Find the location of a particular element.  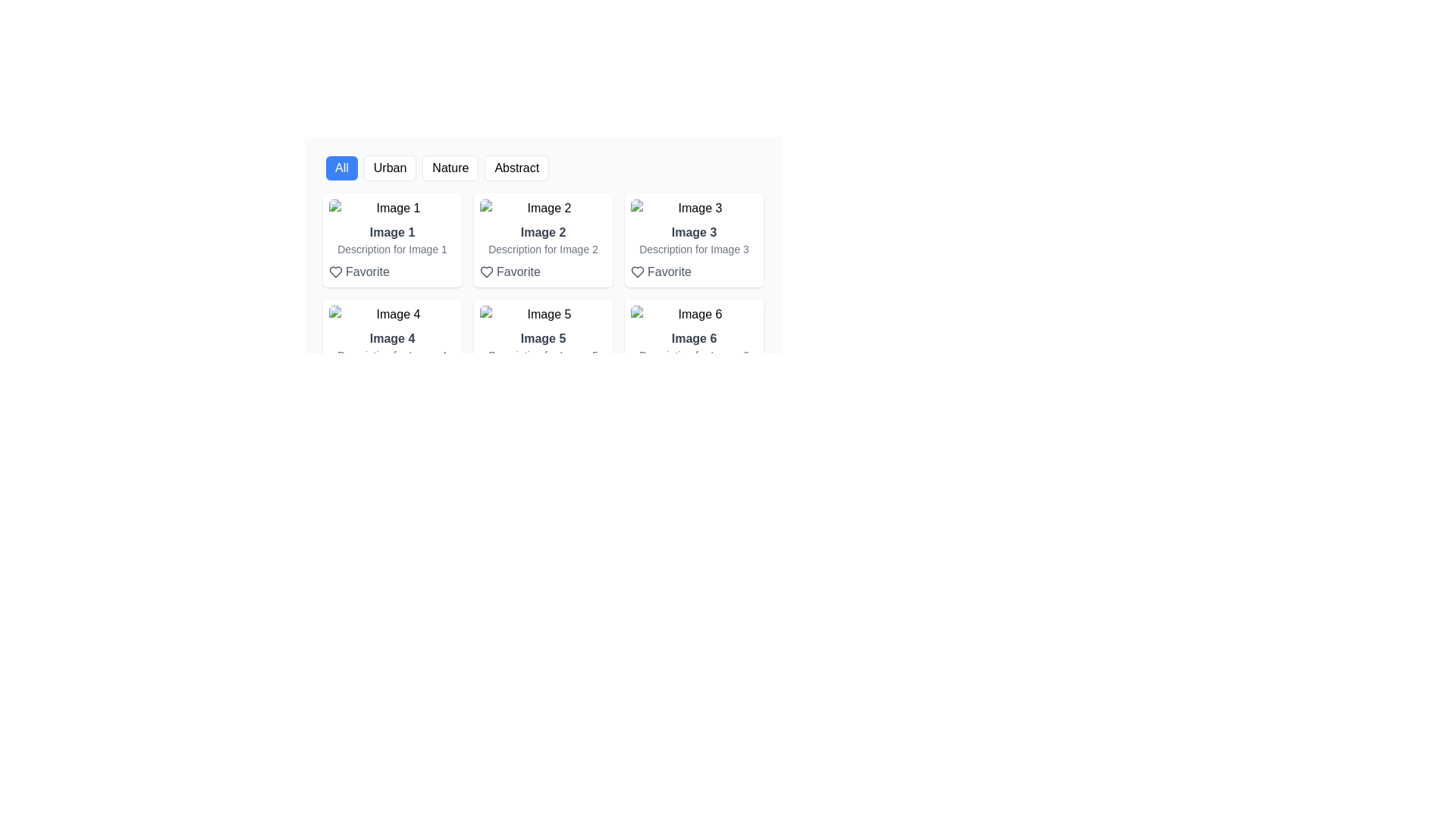

the text label displaying 'Image 6', which is styled with a semi-bold font and located within the sixth card of a grid layout, positioned below the image thumbnail is located at coordinates (693, 338).